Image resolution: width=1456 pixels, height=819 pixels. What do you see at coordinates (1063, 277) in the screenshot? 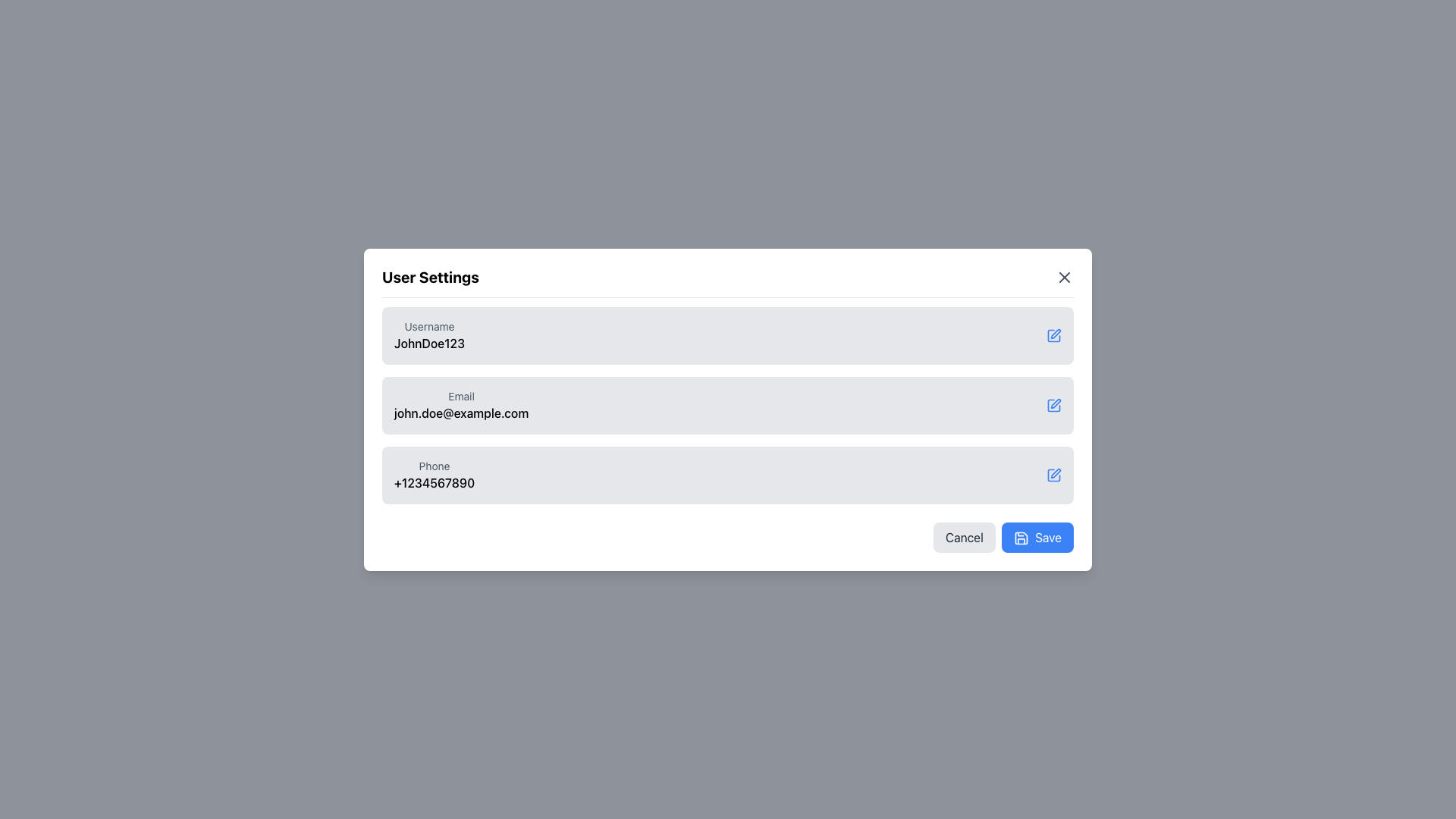
I see `the Close button located in the top-right corner of the modal` at bounding box center [1063, 277].